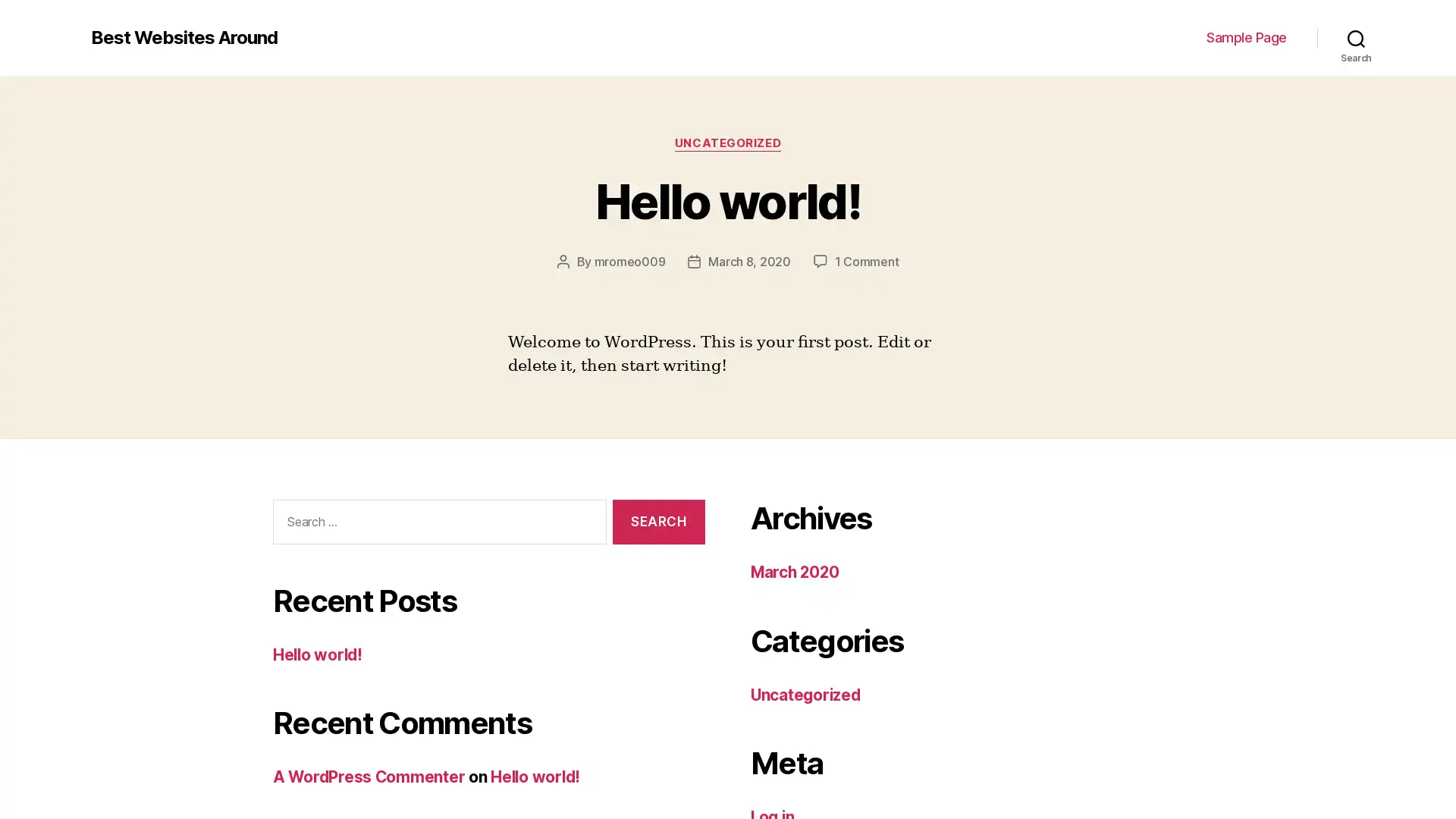 The image size is (1456, 819). What do you see at coordinates (658, 520) in the screenshot?
I see `Search` at bounding box center [658, 520].